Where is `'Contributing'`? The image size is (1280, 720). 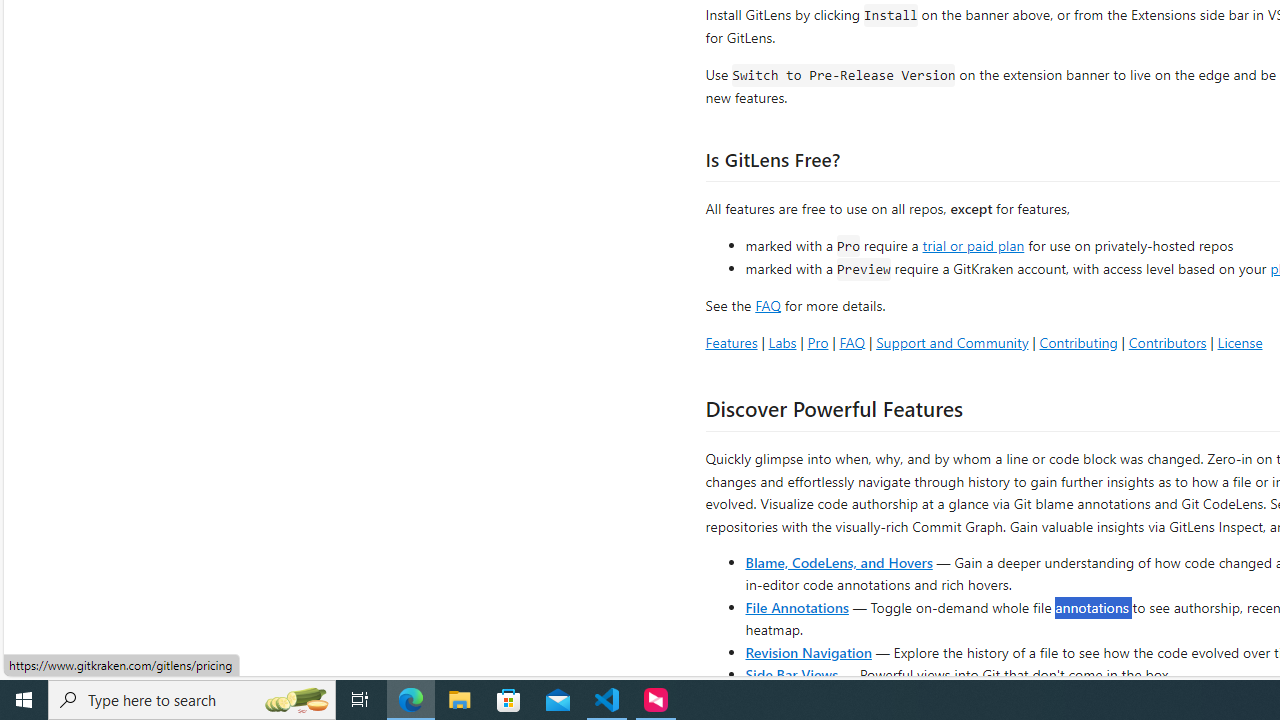 'Contributing' is located at coordinates (1077, 341).